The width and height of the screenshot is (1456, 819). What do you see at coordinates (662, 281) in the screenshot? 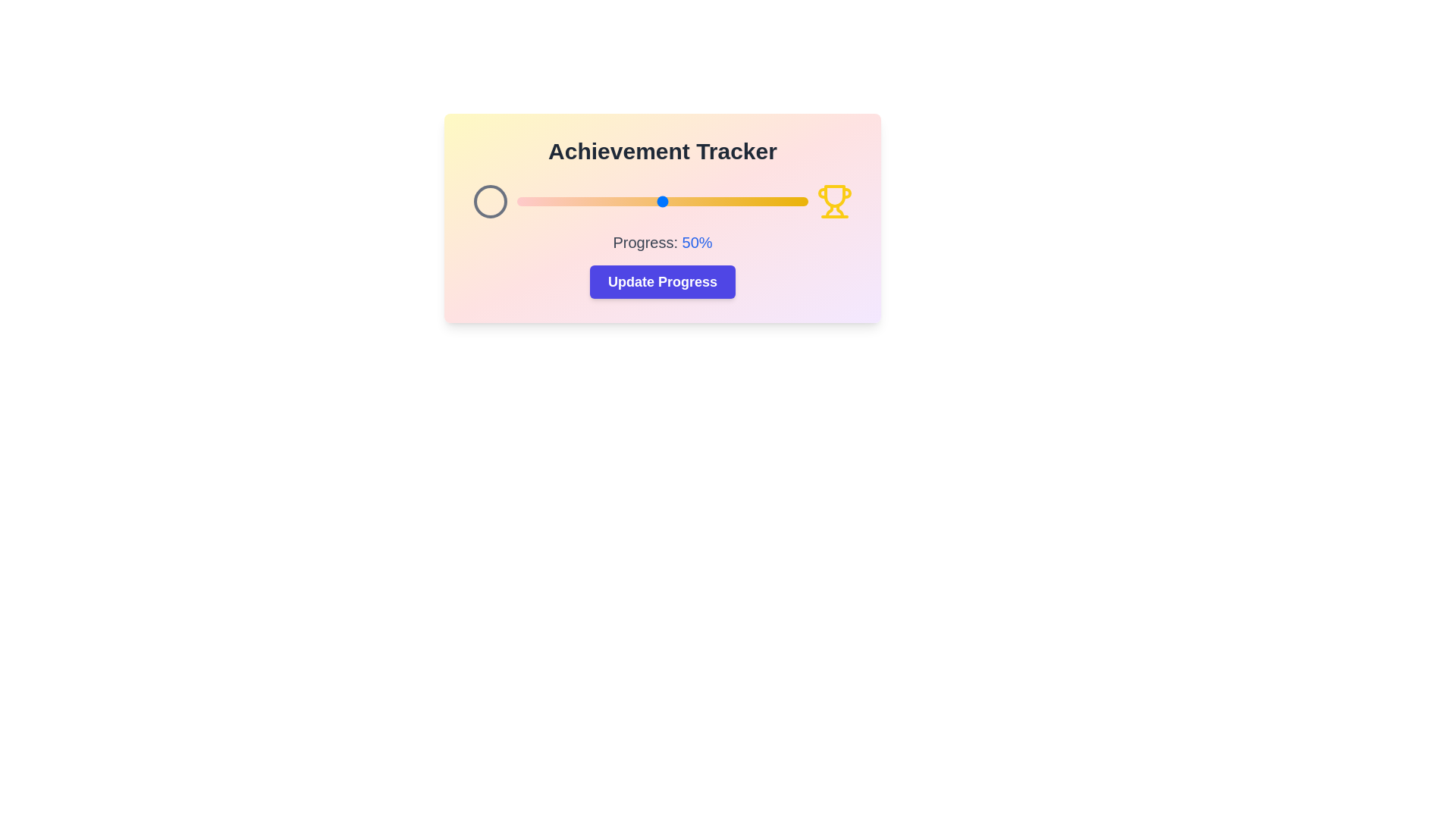
I see `the 'Update Progress' button to trigger the action` at bounding box center [662, 281].